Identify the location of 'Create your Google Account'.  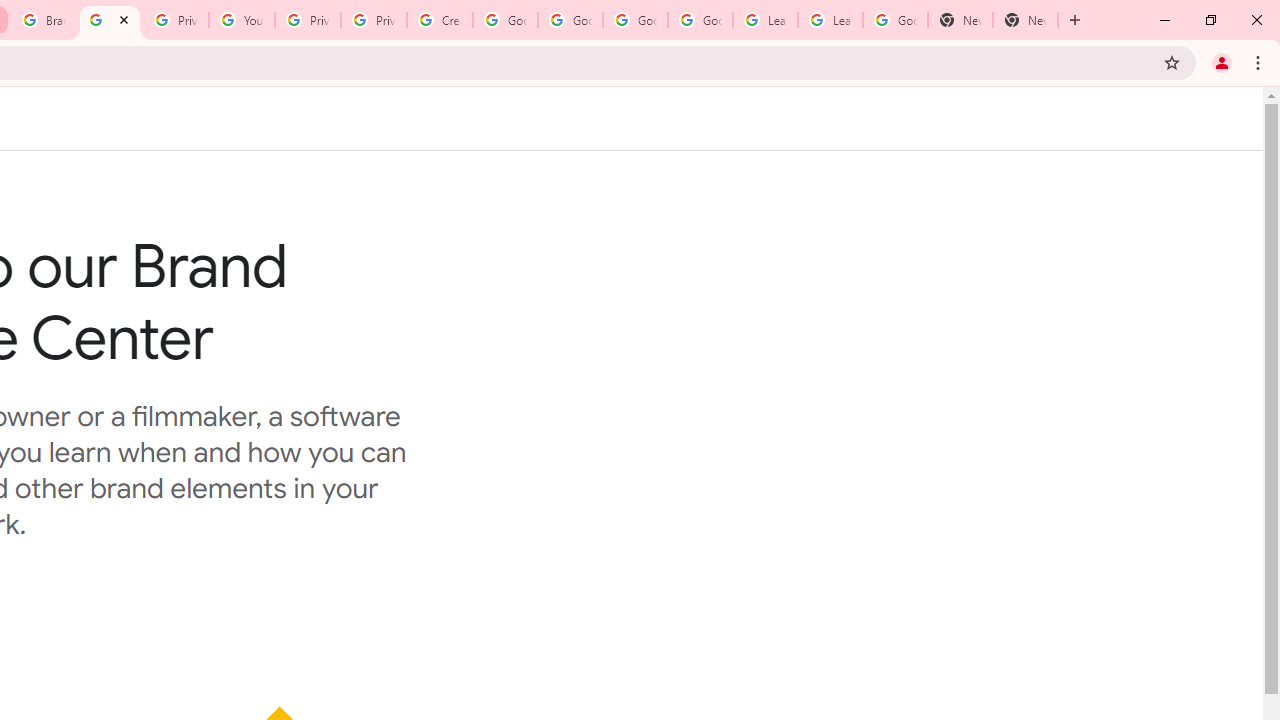
(439, 20).